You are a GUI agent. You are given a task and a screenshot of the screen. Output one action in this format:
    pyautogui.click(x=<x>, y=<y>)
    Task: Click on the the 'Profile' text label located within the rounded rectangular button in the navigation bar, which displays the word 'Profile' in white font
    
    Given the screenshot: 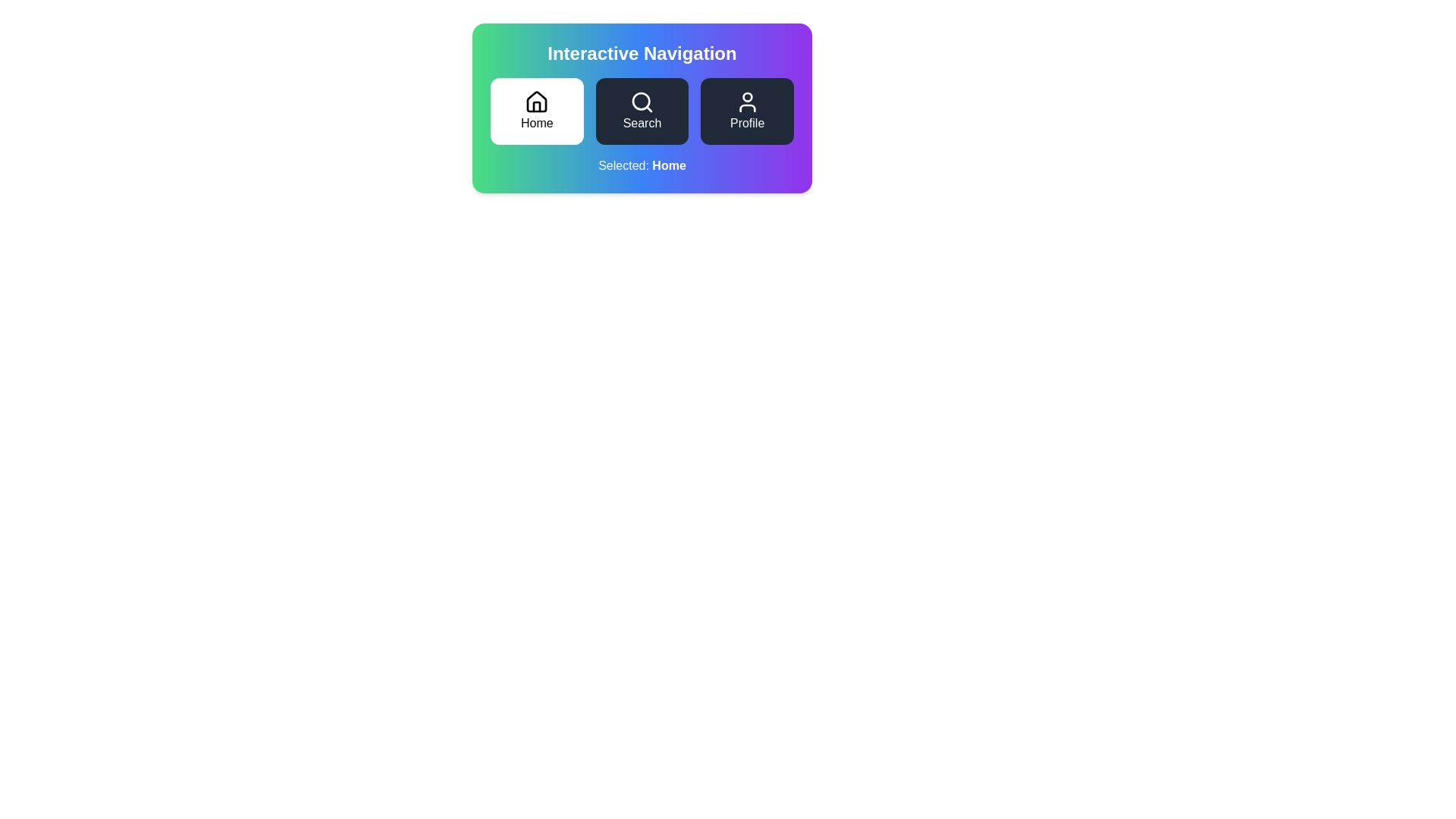 What is the action you would take?
    pyautogui.click(x=747, y=122)
    